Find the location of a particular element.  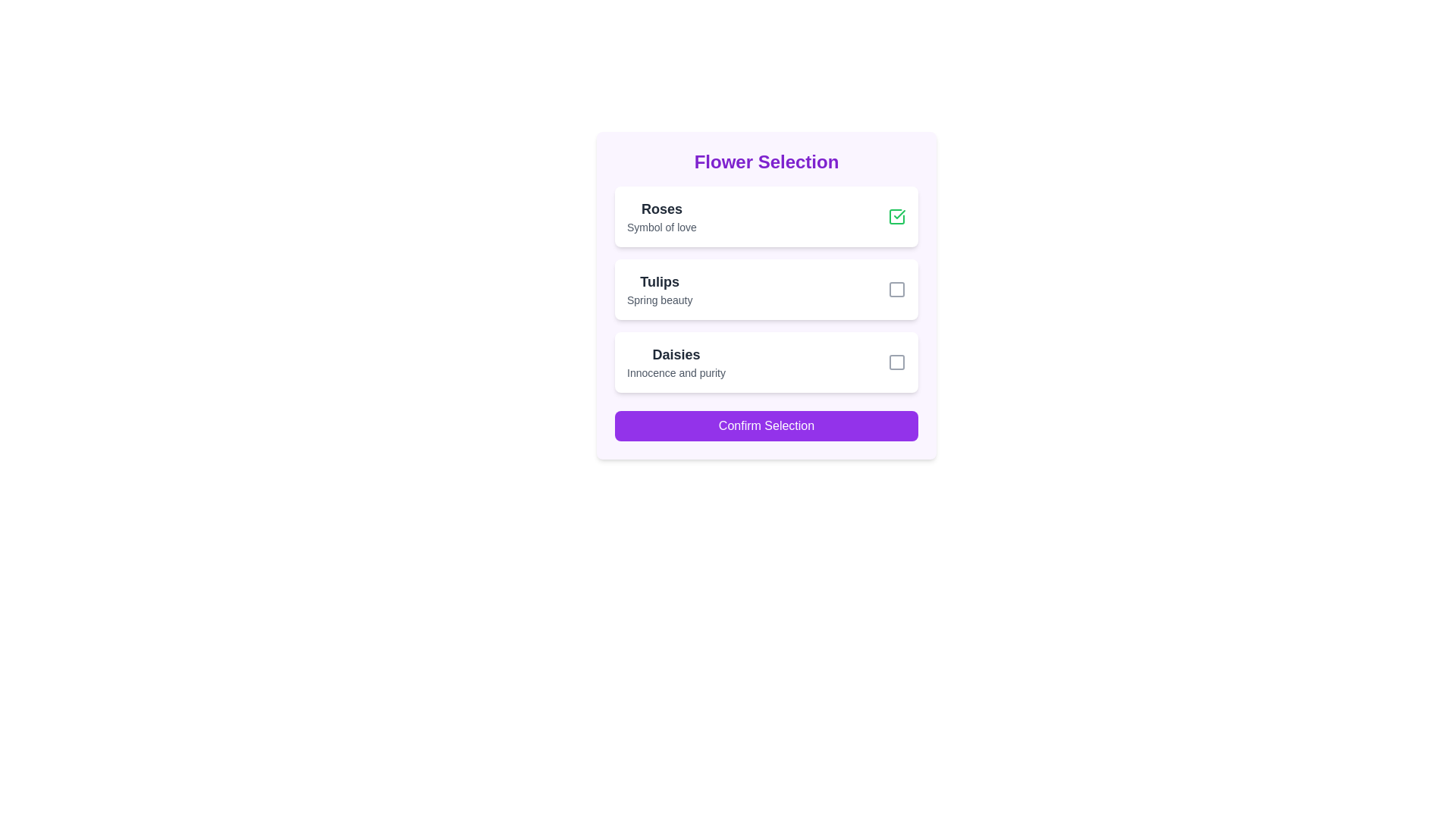

the text label that provides the title 'Daisies' and description 'Innocence and purity' in the selection panel, positioned in the third row between 'Tulips' and 'Confirm Selection' is located at coordinates (676, 362).